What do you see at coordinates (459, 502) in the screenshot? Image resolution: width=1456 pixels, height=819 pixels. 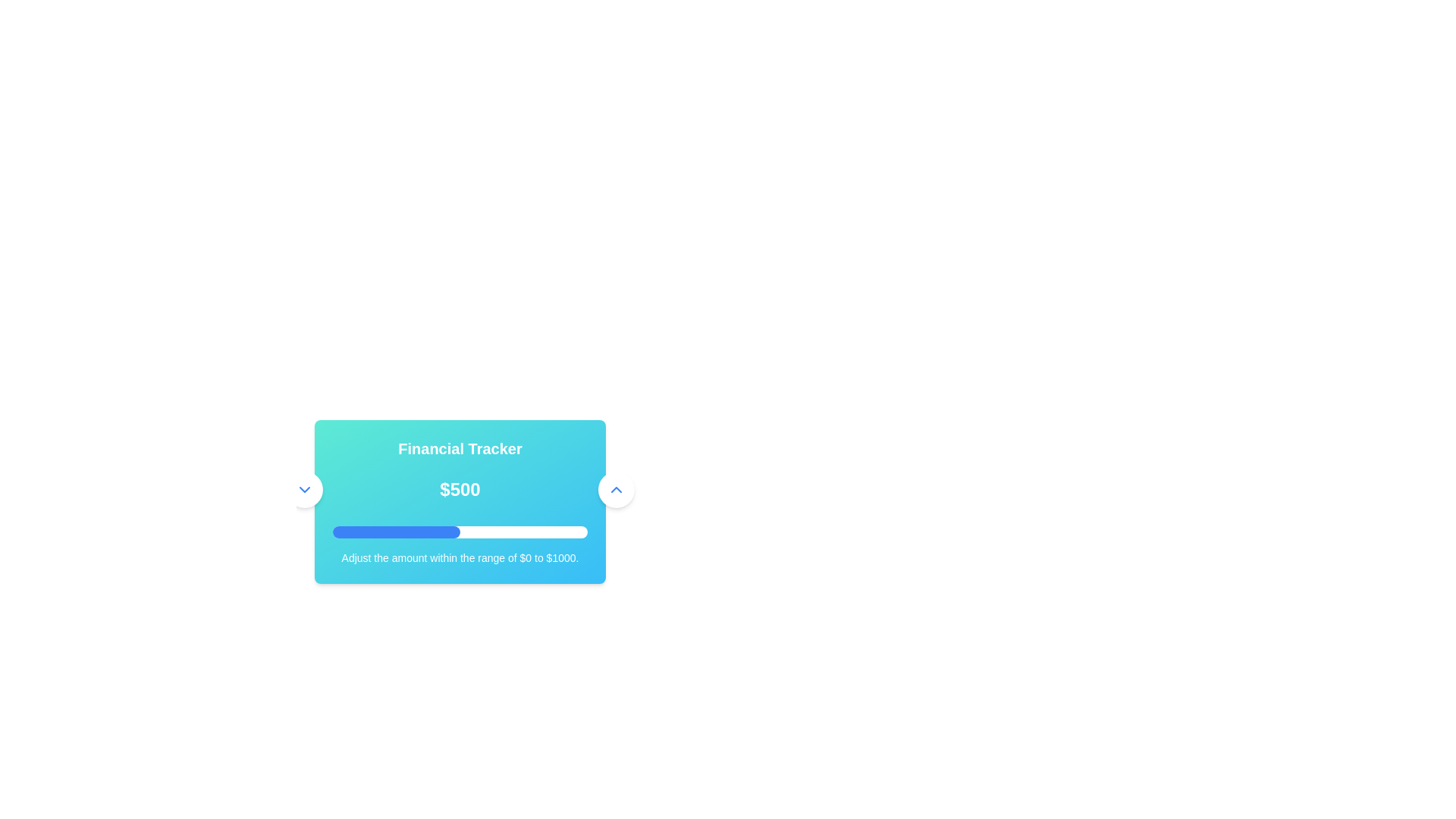 I see `the amount displayed in the interactive financial tracking card to gain focus` at bounding box center [459, 502].